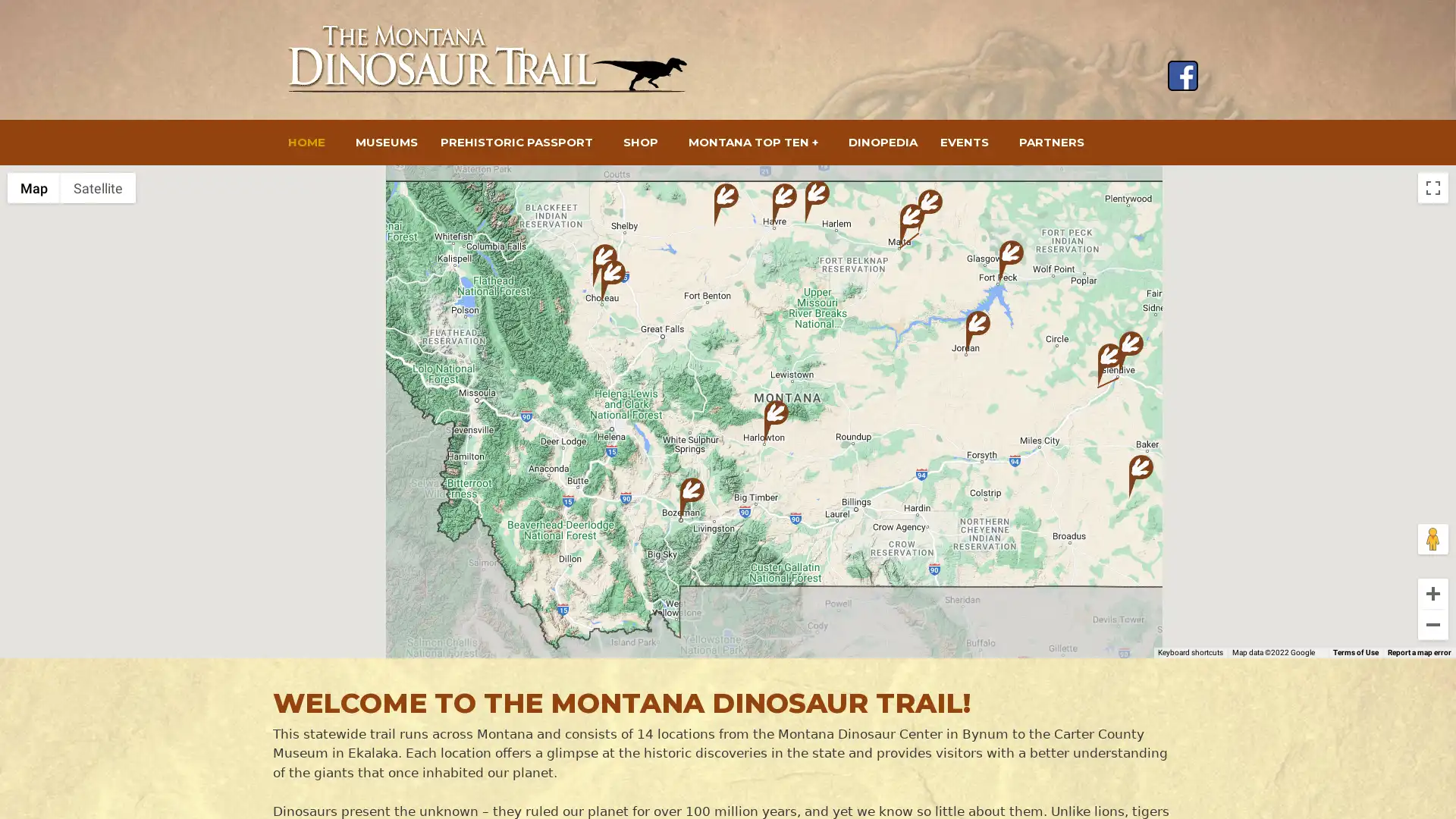 The image size is (1456, 819). Describe the element at coordinates (1432, 625) in the screenshot. I see `Zoom out` at that location.